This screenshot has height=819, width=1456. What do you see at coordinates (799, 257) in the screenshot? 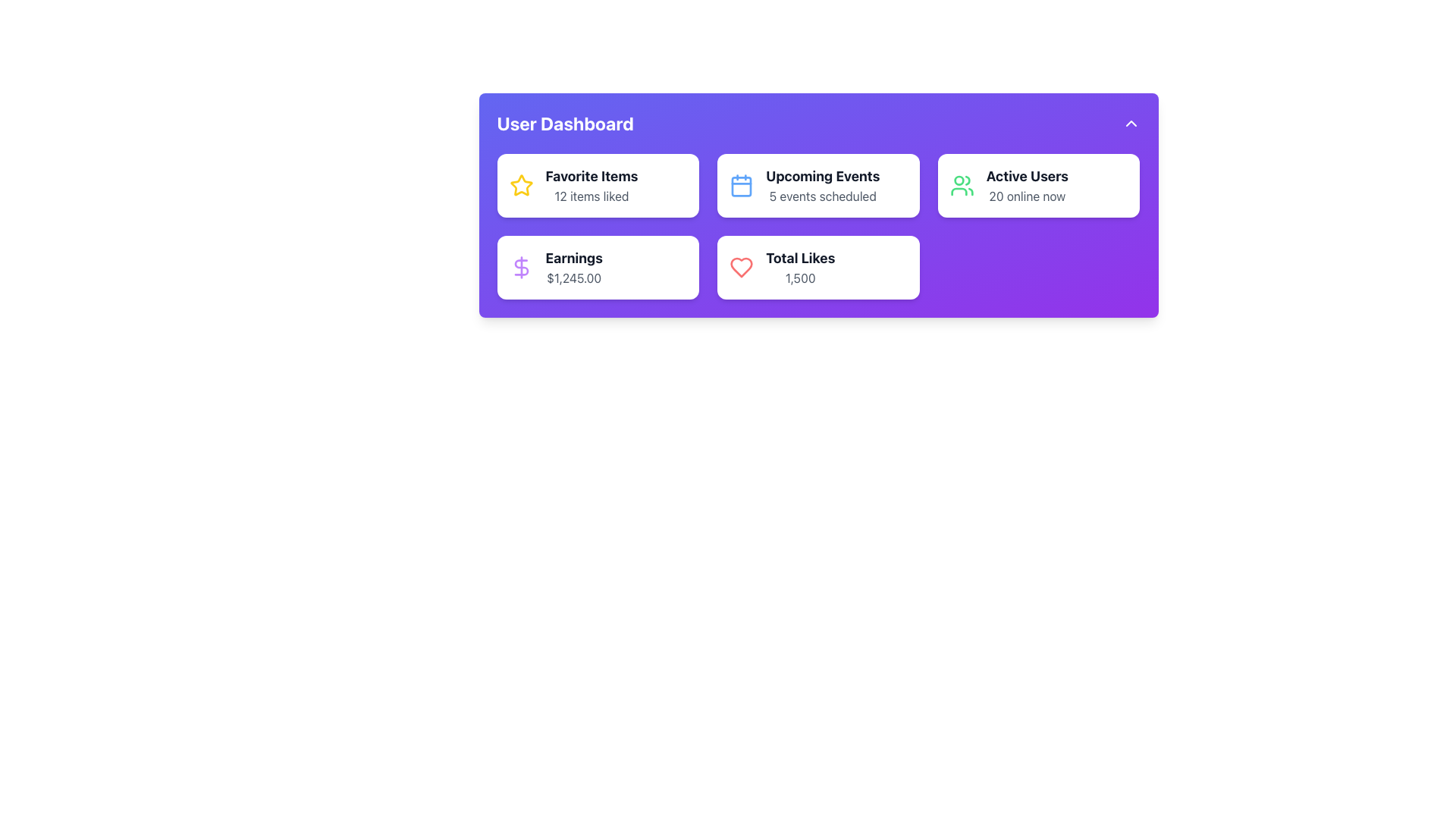
I see `the bold text label reading 'Total Likes', which is located at the top of its card layout, to the right of the heart icon` at bounding box center [799, 257].